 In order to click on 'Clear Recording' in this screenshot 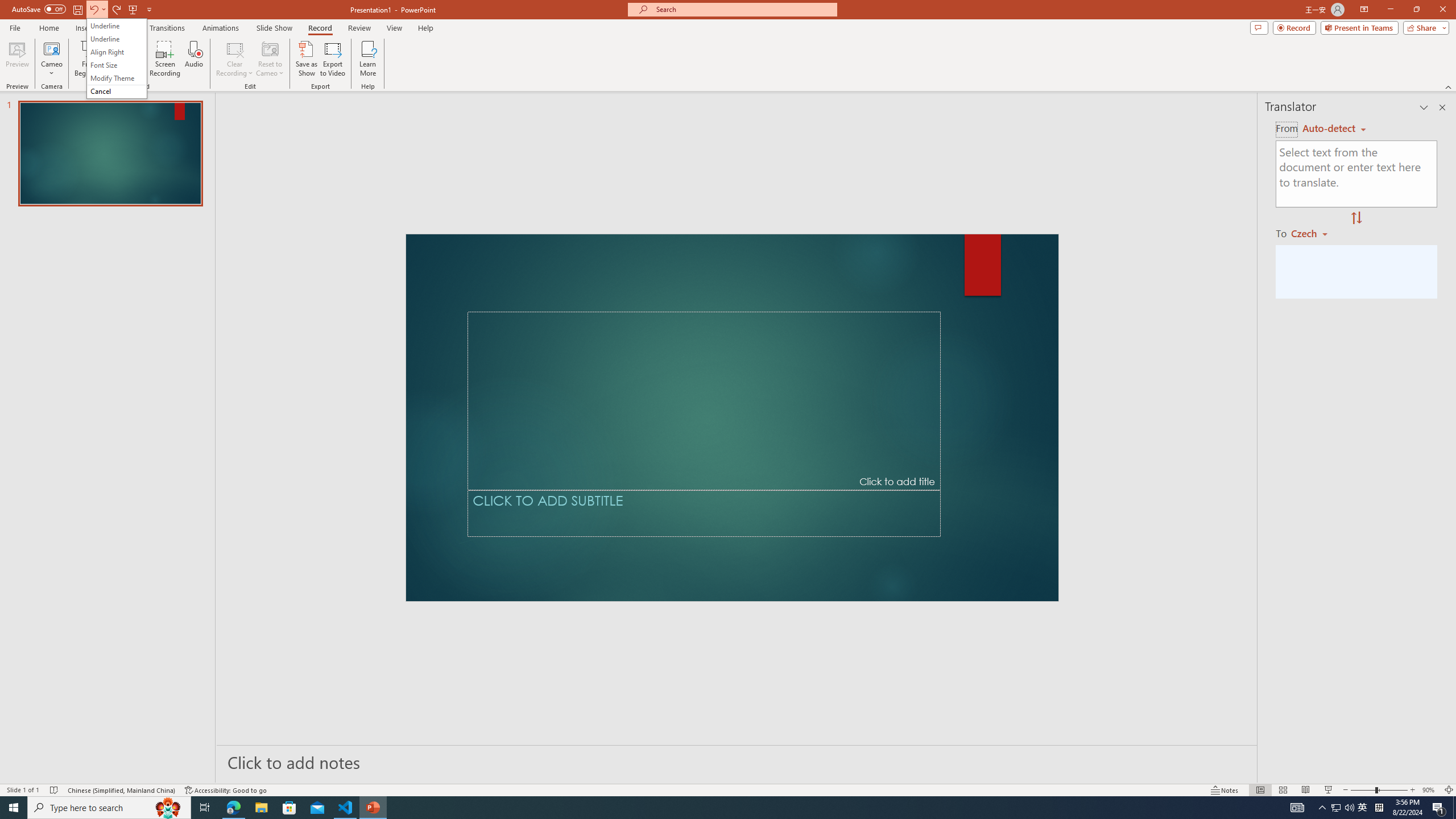, I will do `click(234, 59)`.